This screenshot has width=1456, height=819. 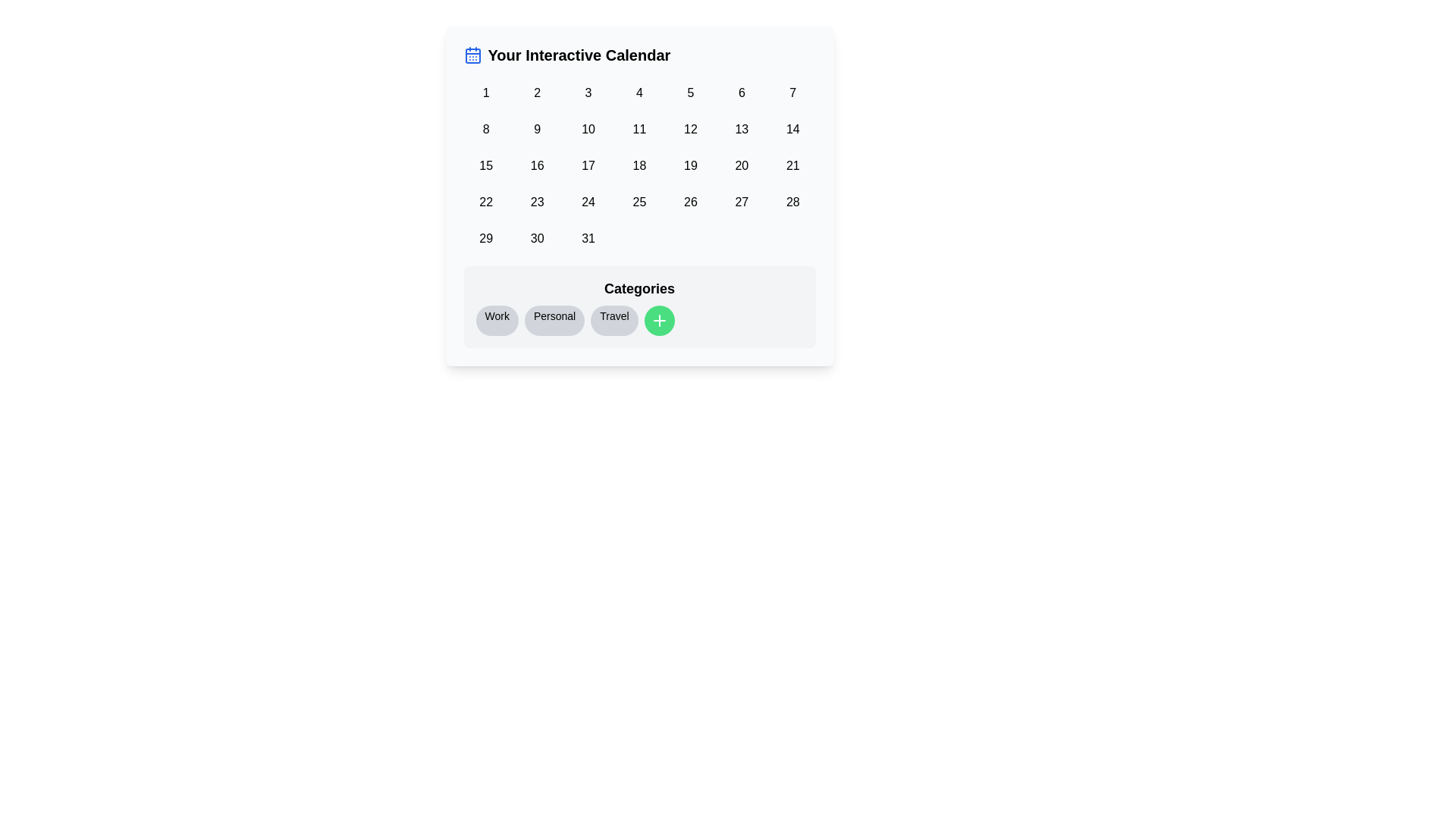 I want to click on the button representing the date '4' in the interactive calendar to change its background color, so click(x=639, y=93).